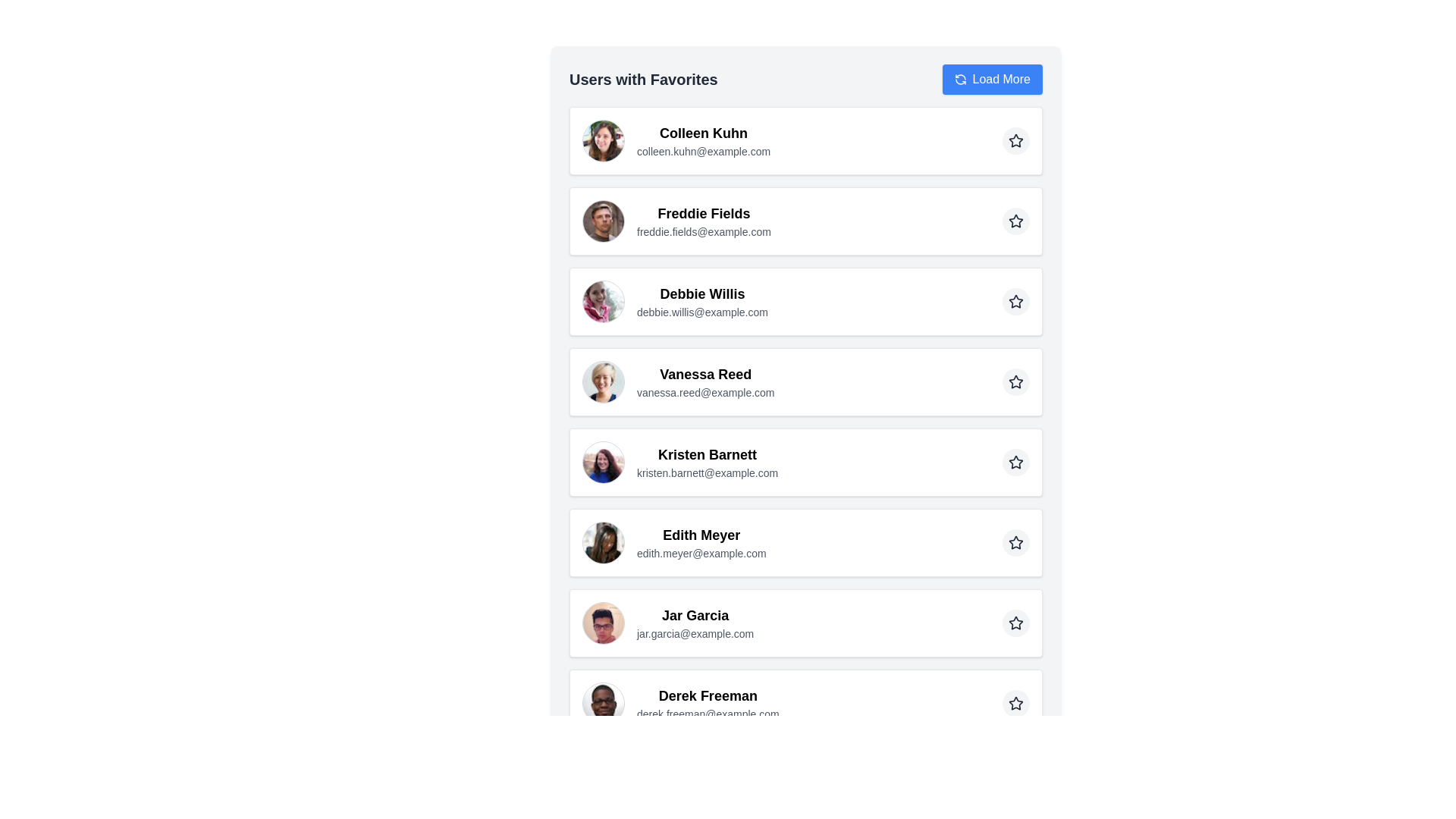 The height and width of the screenshot is (819, 1456). Describe the element at coordinates (695, 623) in the screenshot. I see `text content from the text display component containing the name 'Jar Garcia' and email 'jar.garcia@example.com', which is located in the user profiles list to the right of the circular avatar` at that location.